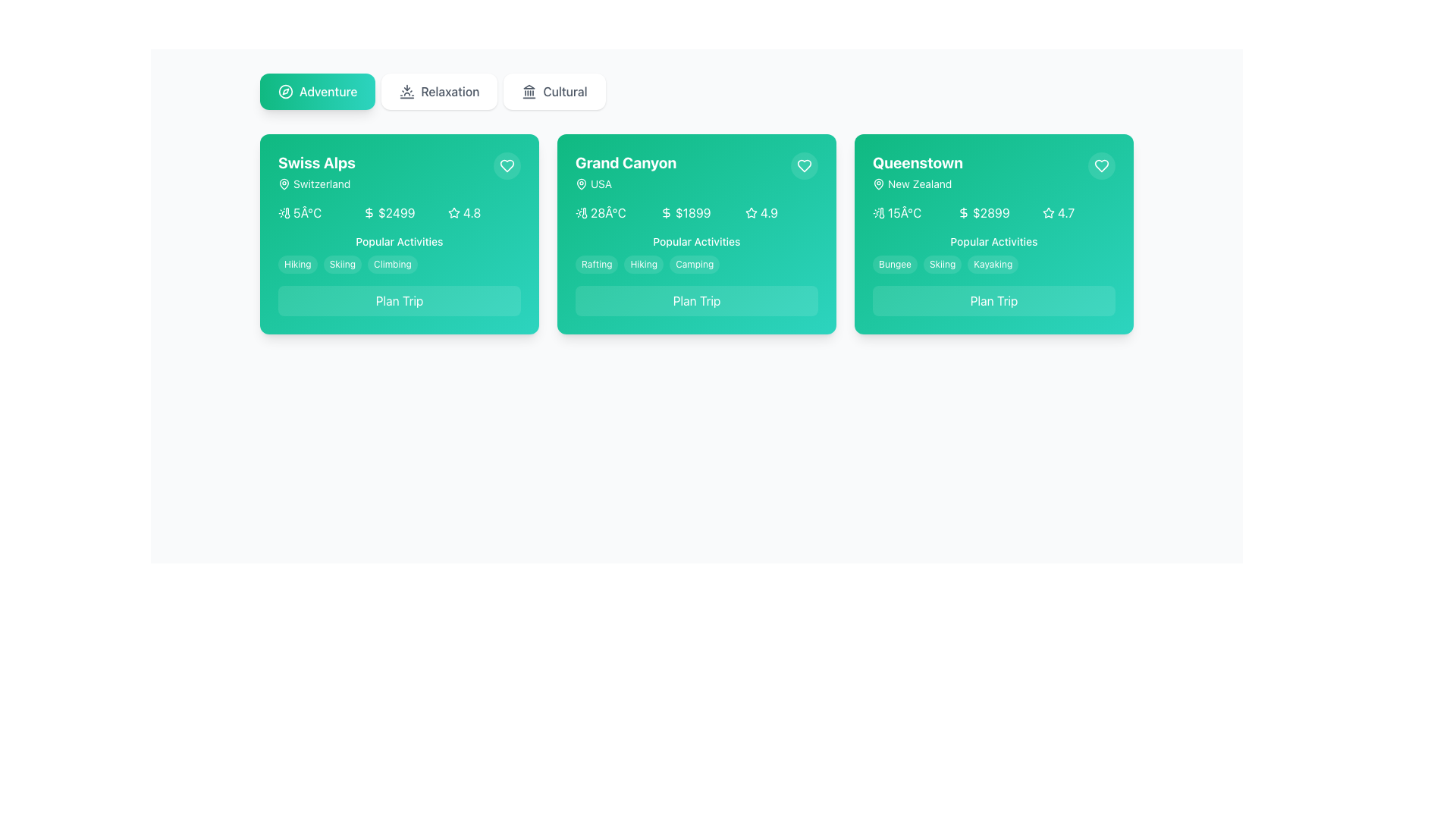 The height and width of the screenshot is (819, 1456). Describe the element at coordinates (581, 183) in the screenshot. I see `the location pin icon next to the 'USA' label in the 'Grand Canyon' card, which is the second card in the horizontal arrangement` at that location.